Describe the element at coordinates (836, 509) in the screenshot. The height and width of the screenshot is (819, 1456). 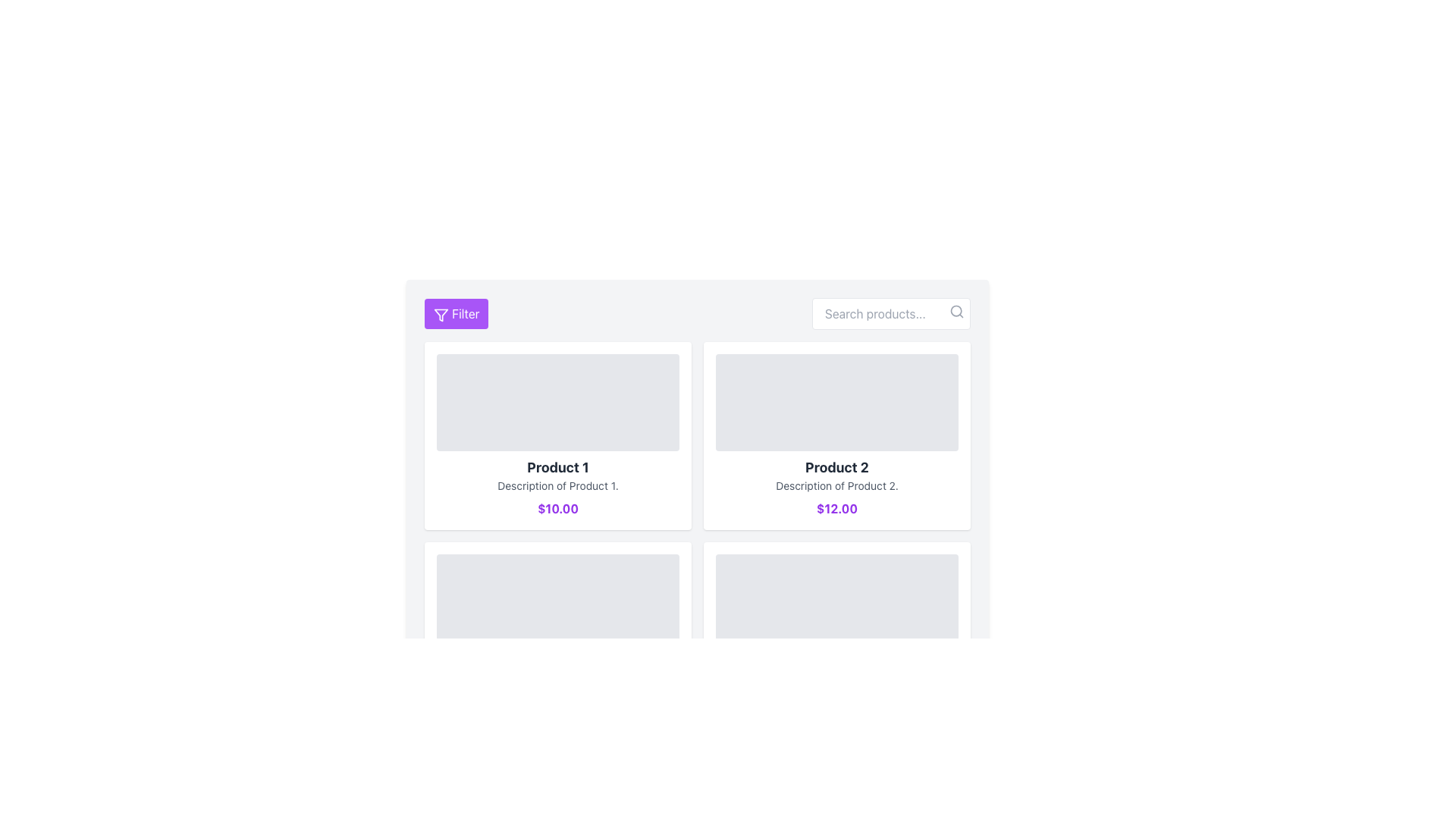
I see `price display Text Label for 'Product 2', located at the bottom of the product details card` at that location.